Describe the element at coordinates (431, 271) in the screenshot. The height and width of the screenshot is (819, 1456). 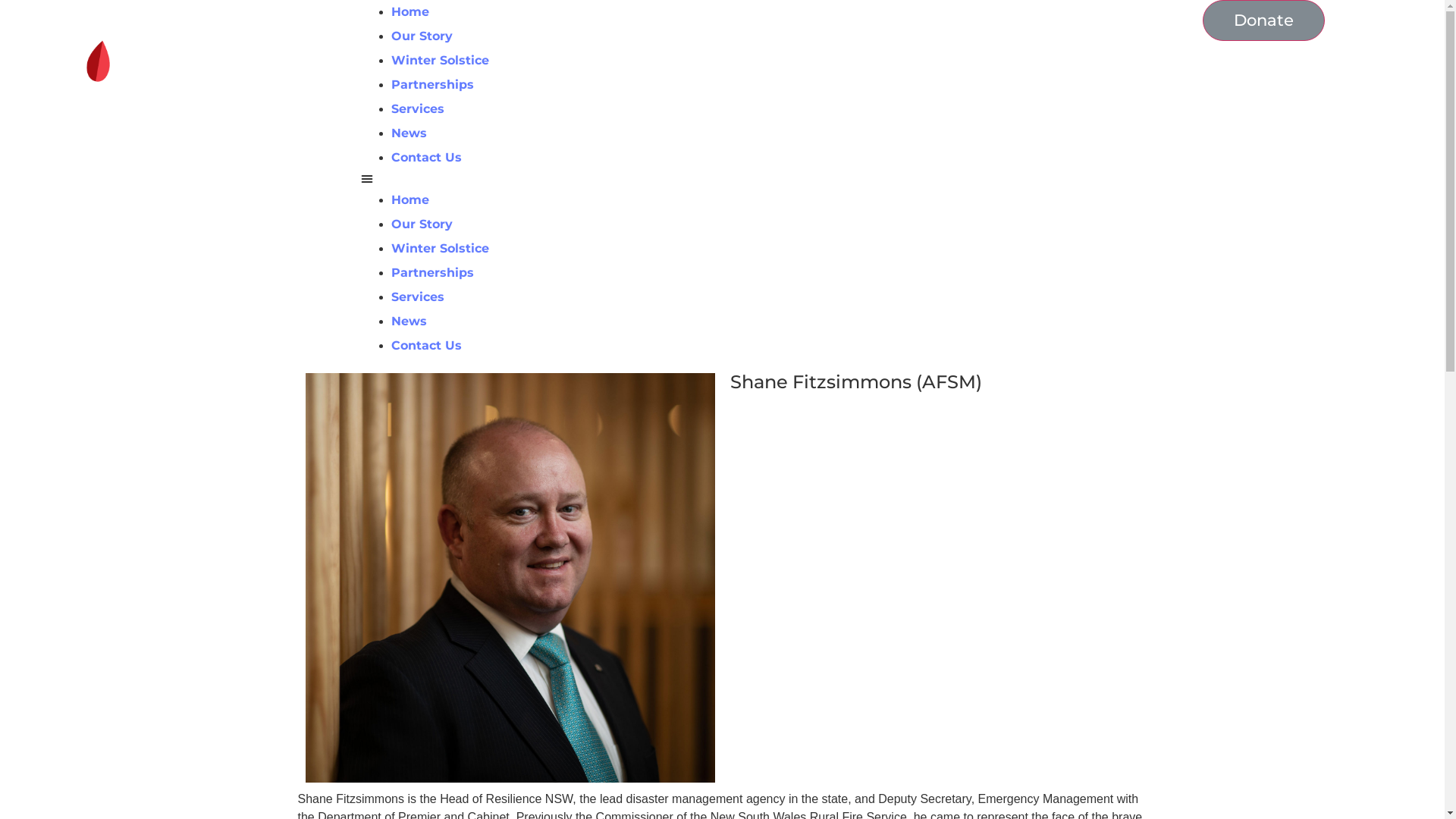
I see `'Partnerships'` at that location.